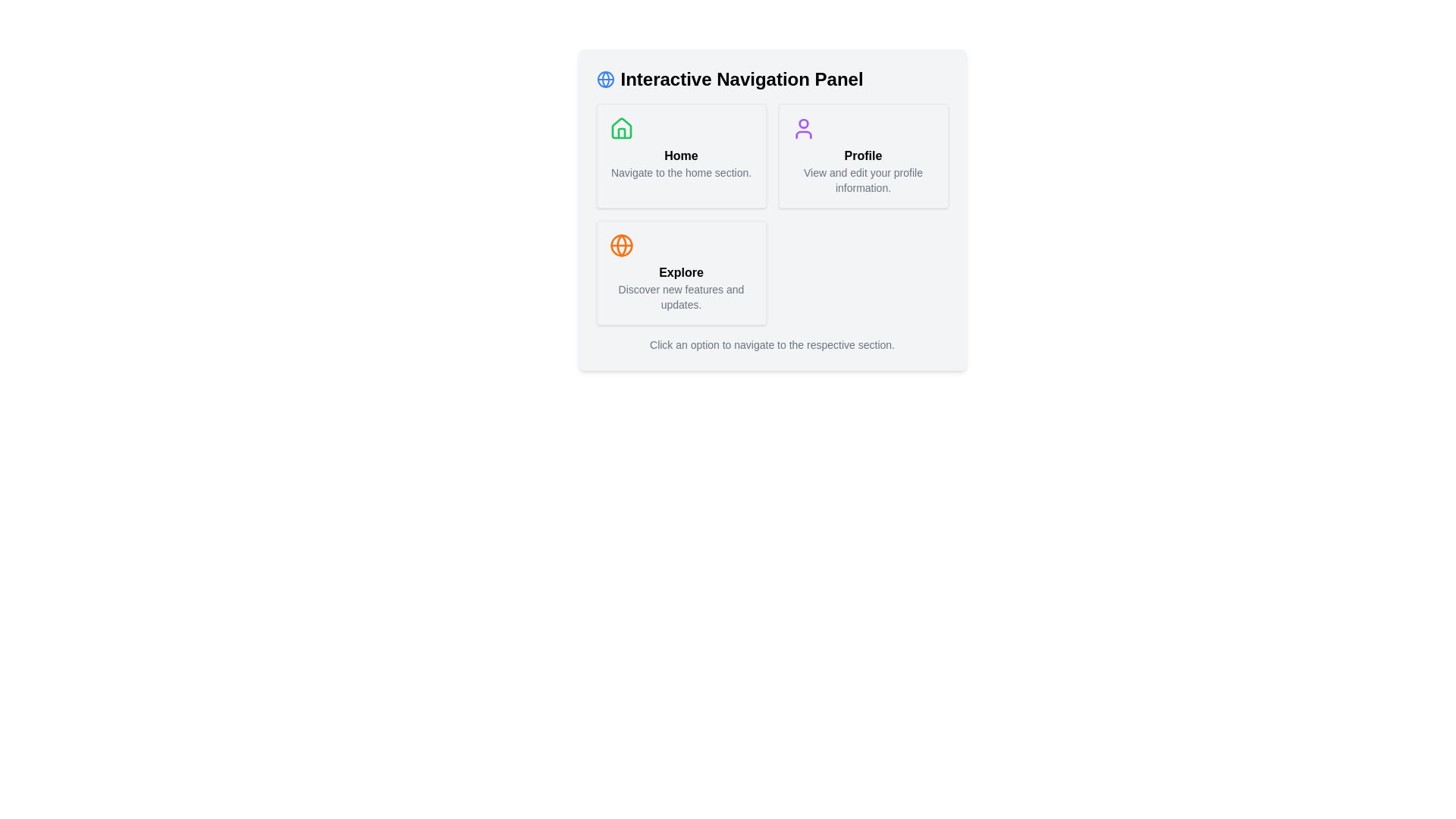 The height and width of the screenshot is (819, 1456). Describe the element at coordinates (604, 79) in the screenshot. I see `the globe decorative icon located to the left of the 'Interactive Navigation Panel' text` at that location.